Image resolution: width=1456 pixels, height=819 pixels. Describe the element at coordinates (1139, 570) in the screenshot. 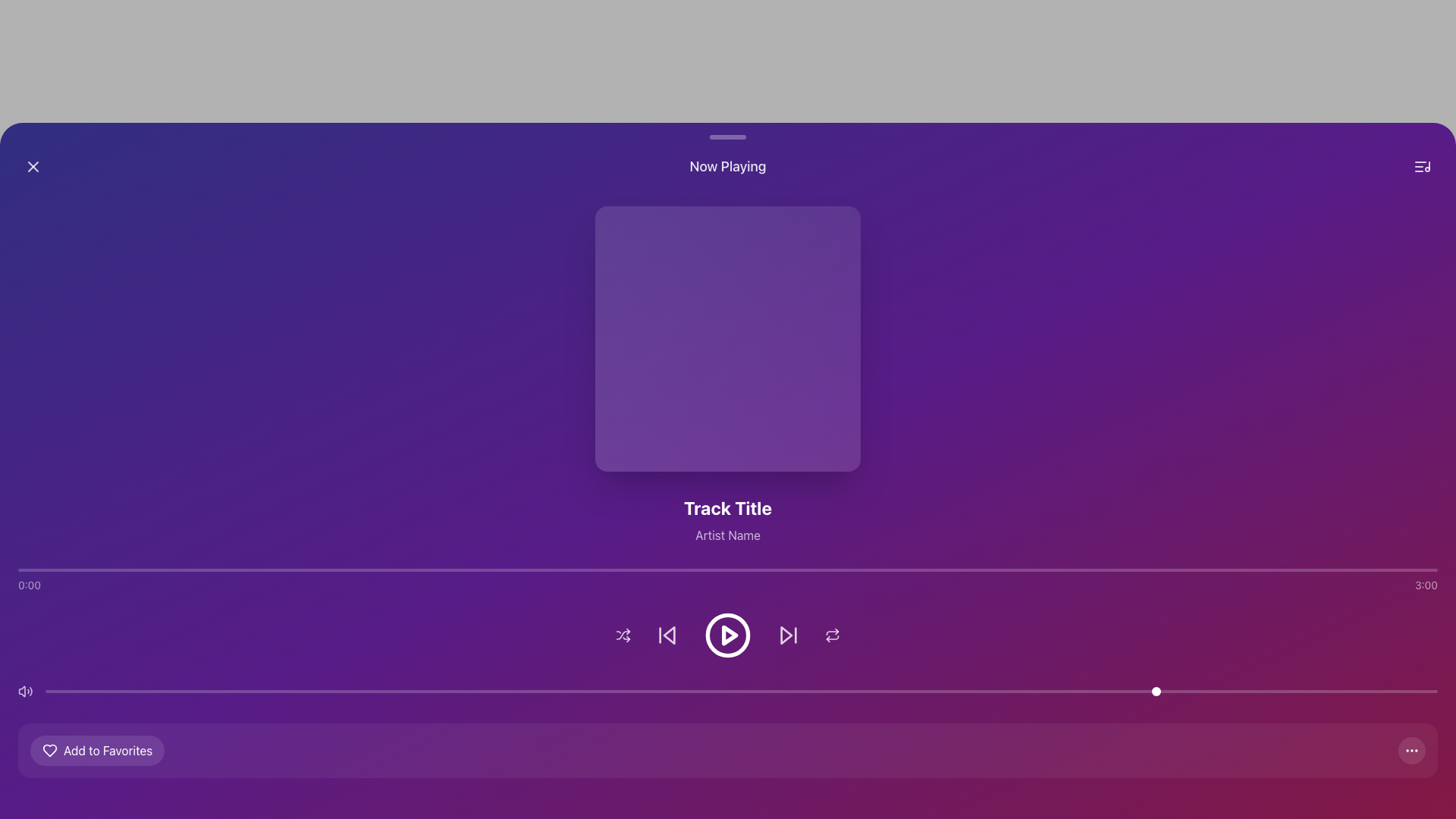

I see `the playback progress` at that location.